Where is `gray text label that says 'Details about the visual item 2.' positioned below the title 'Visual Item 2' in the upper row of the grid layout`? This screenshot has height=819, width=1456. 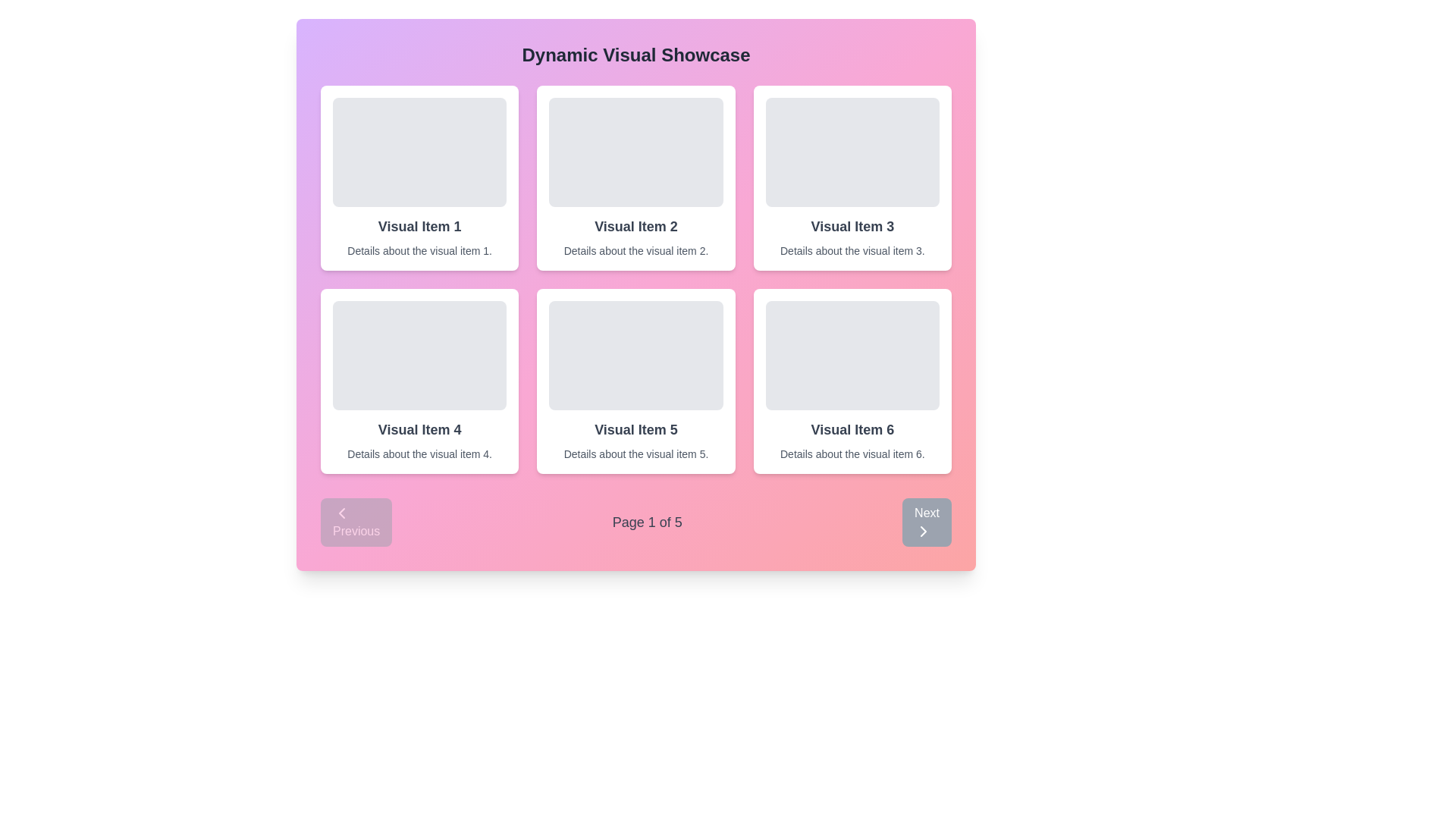 gray text label that says 'Details about the visual item 2.' positioned below the title 'Visual Item 2' in the upper row of the grid layout is located at coordinates (636, 250).